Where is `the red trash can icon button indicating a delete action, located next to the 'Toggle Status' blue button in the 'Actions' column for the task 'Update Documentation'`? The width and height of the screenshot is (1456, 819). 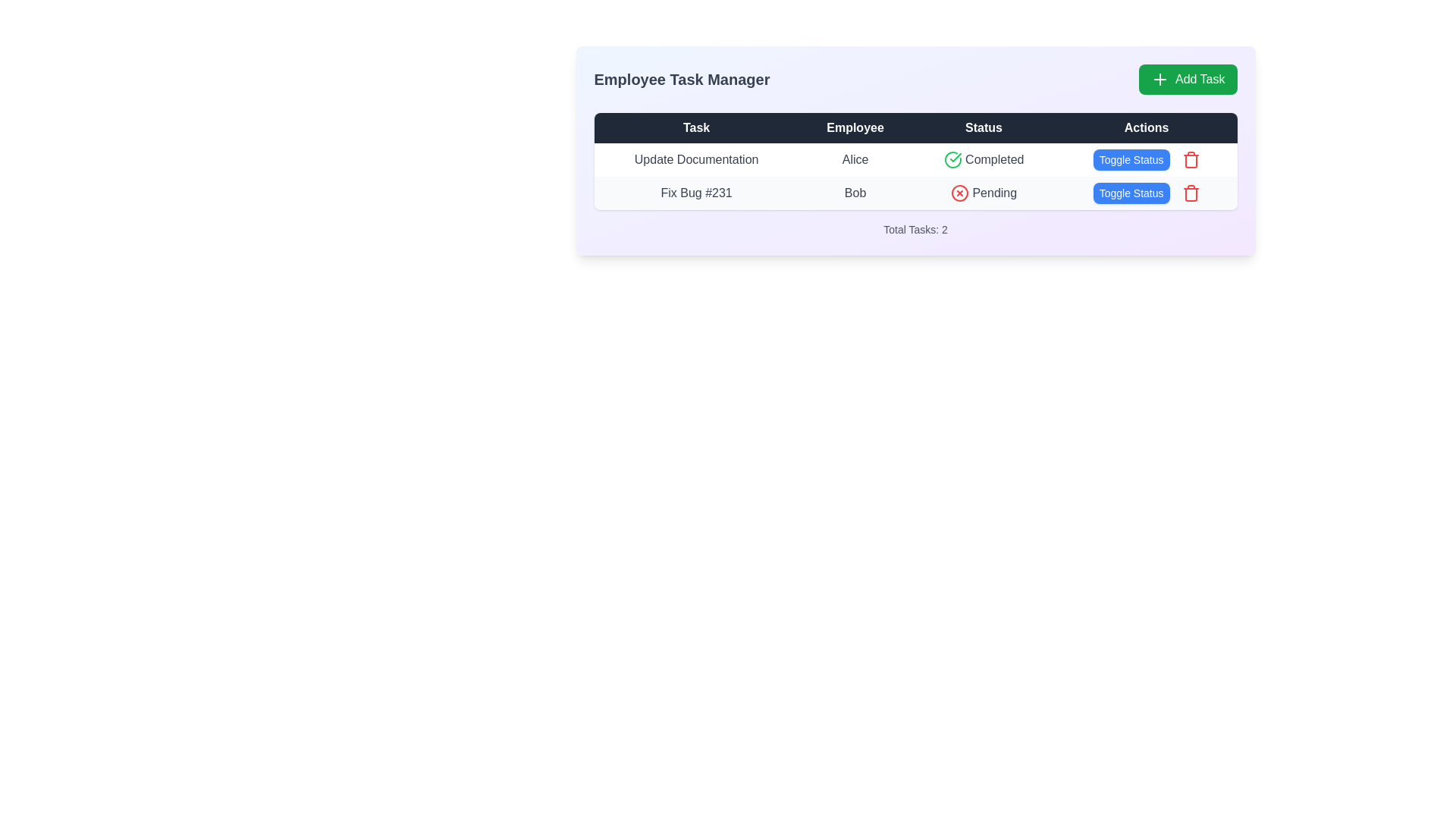
the red trash can icon button indicating a delete action, located next to the 'Toggle Status' blue button in the 'Actions' column for the task 'Update Documentation' is located at coordinates (1190, 192).